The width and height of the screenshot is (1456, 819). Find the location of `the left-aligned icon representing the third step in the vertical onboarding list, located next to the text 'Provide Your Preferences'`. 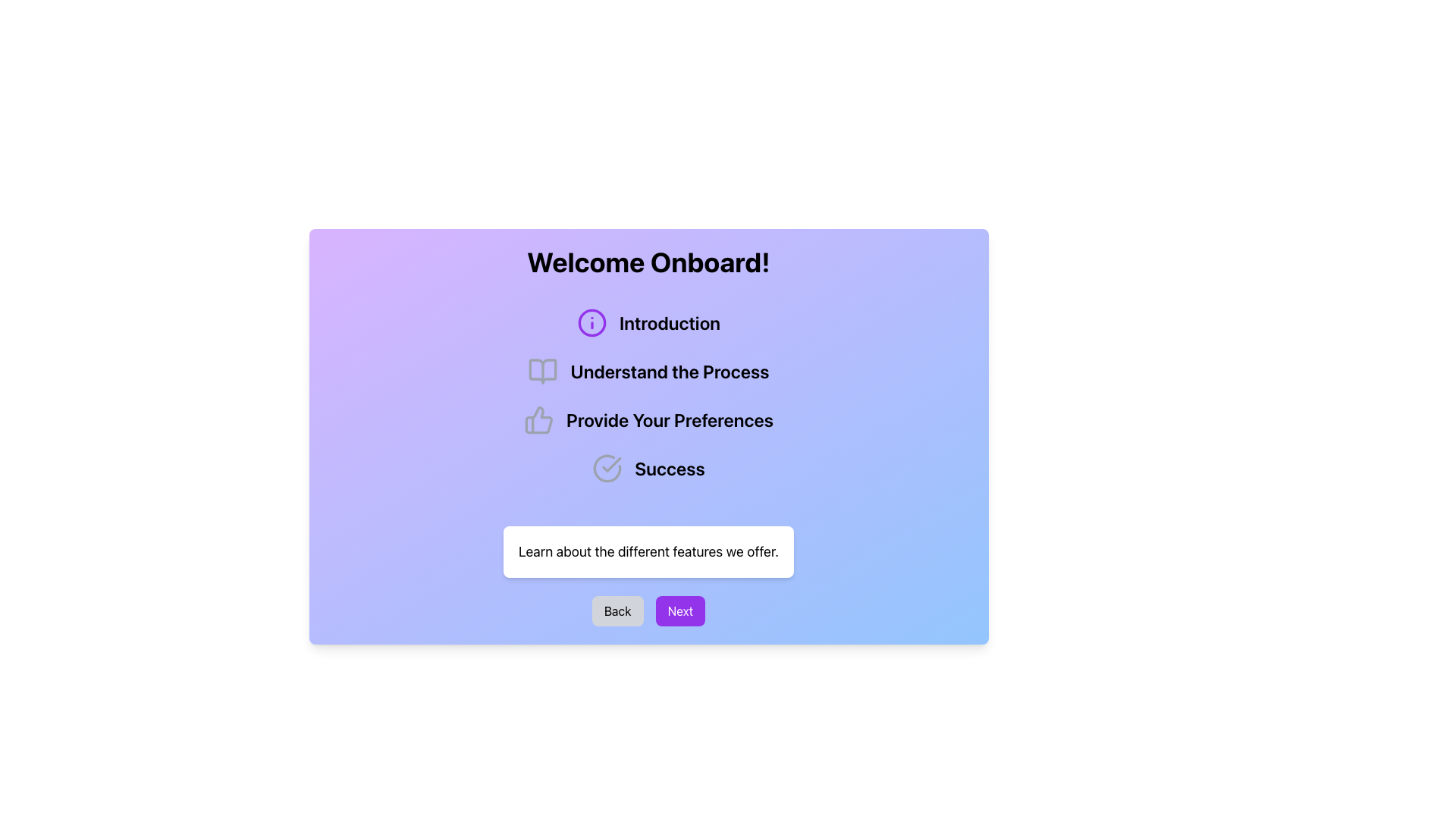

the left-aligned icon representing the third step in the vertical onboarding list, located next to the text 'Provide Your Preferences' is located at coordinates (538, 420).